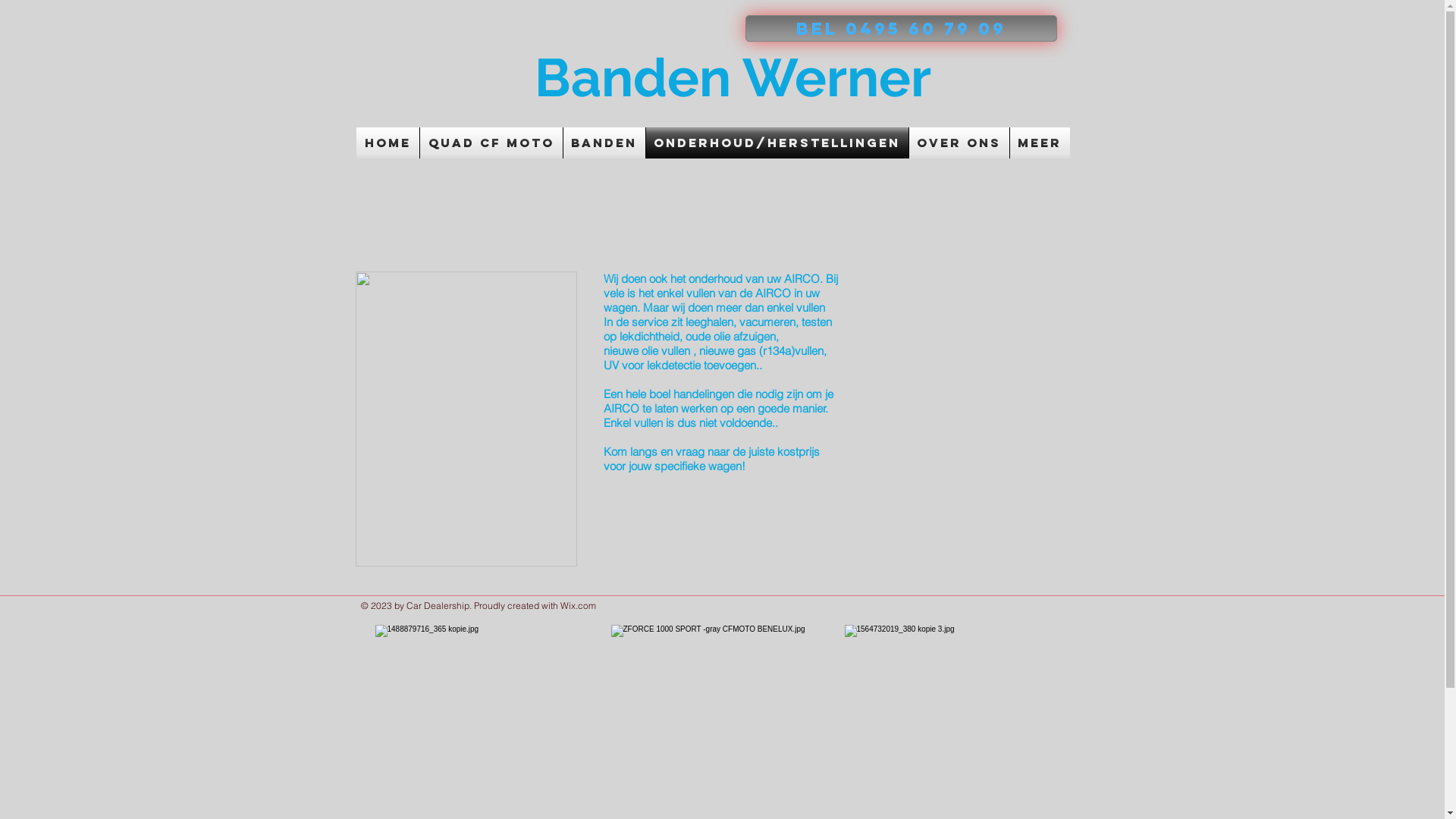 The height and width of the screenshot is (819, 1456). What do you see at coordinates (900, 28) in the screenshot?
I see `'BEl 0495 60 79 09'` at bounding box center [900, 28].